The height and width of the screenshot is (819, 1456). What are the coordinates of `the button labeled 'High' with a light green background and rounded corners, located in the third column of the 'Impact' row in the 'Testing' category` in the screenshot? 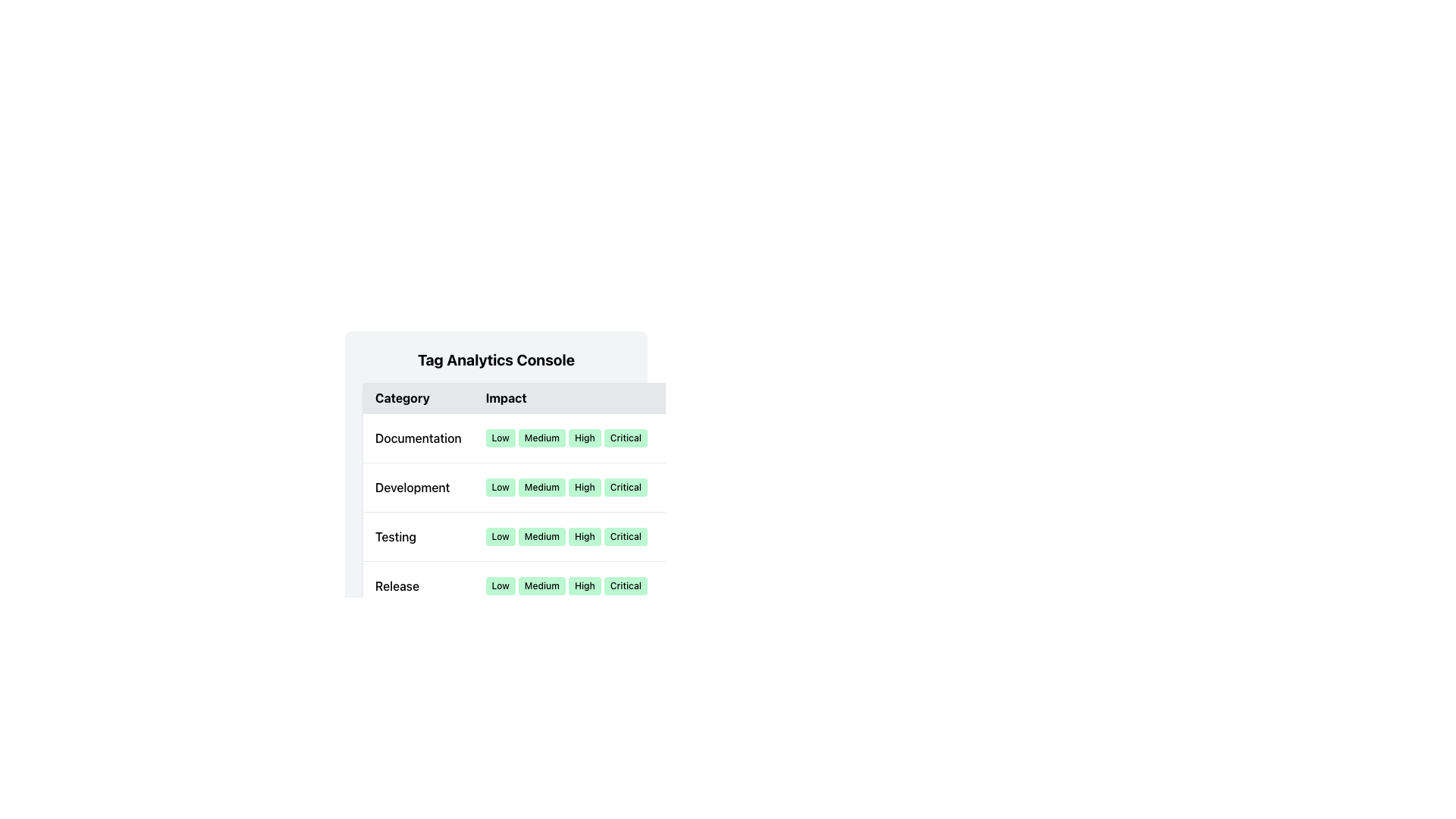 It's located at (584, 536).